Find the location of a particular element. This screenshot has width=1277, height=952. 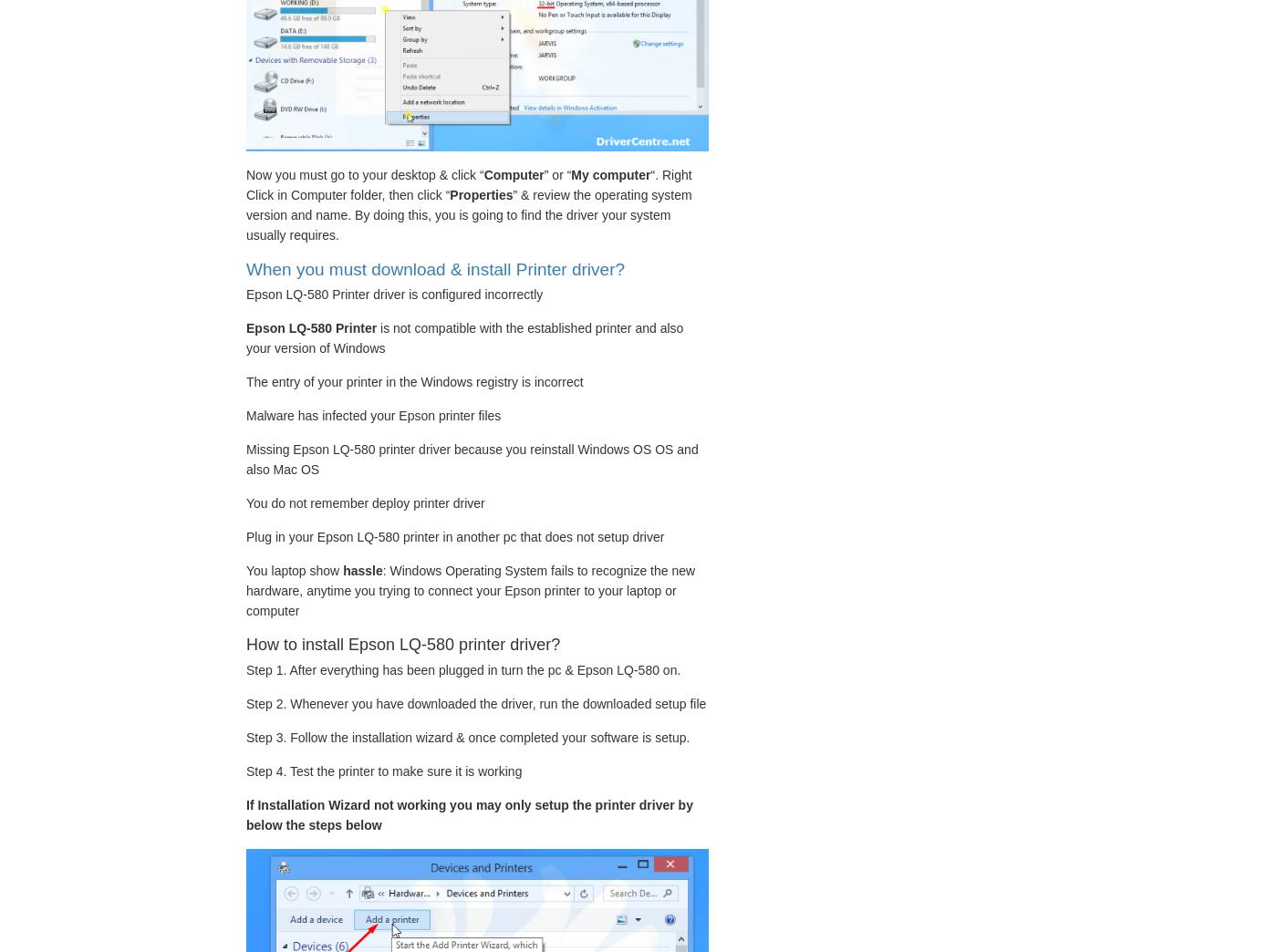

'How to install Epson LQ-580 printer driver?' is located at coordinates (246, 643).